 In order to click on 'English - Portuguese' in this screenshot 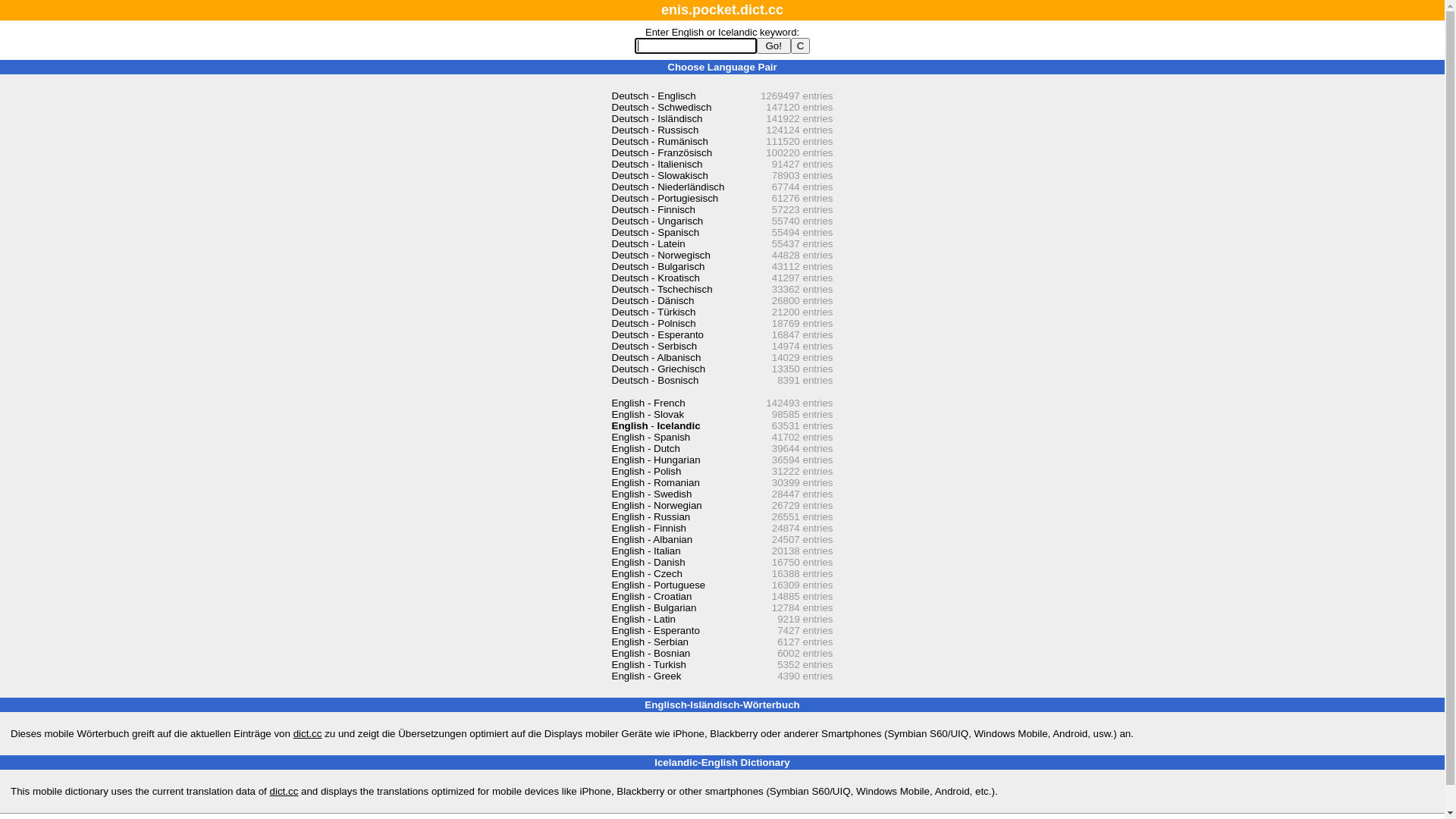, I will do `click(658, 584)`.